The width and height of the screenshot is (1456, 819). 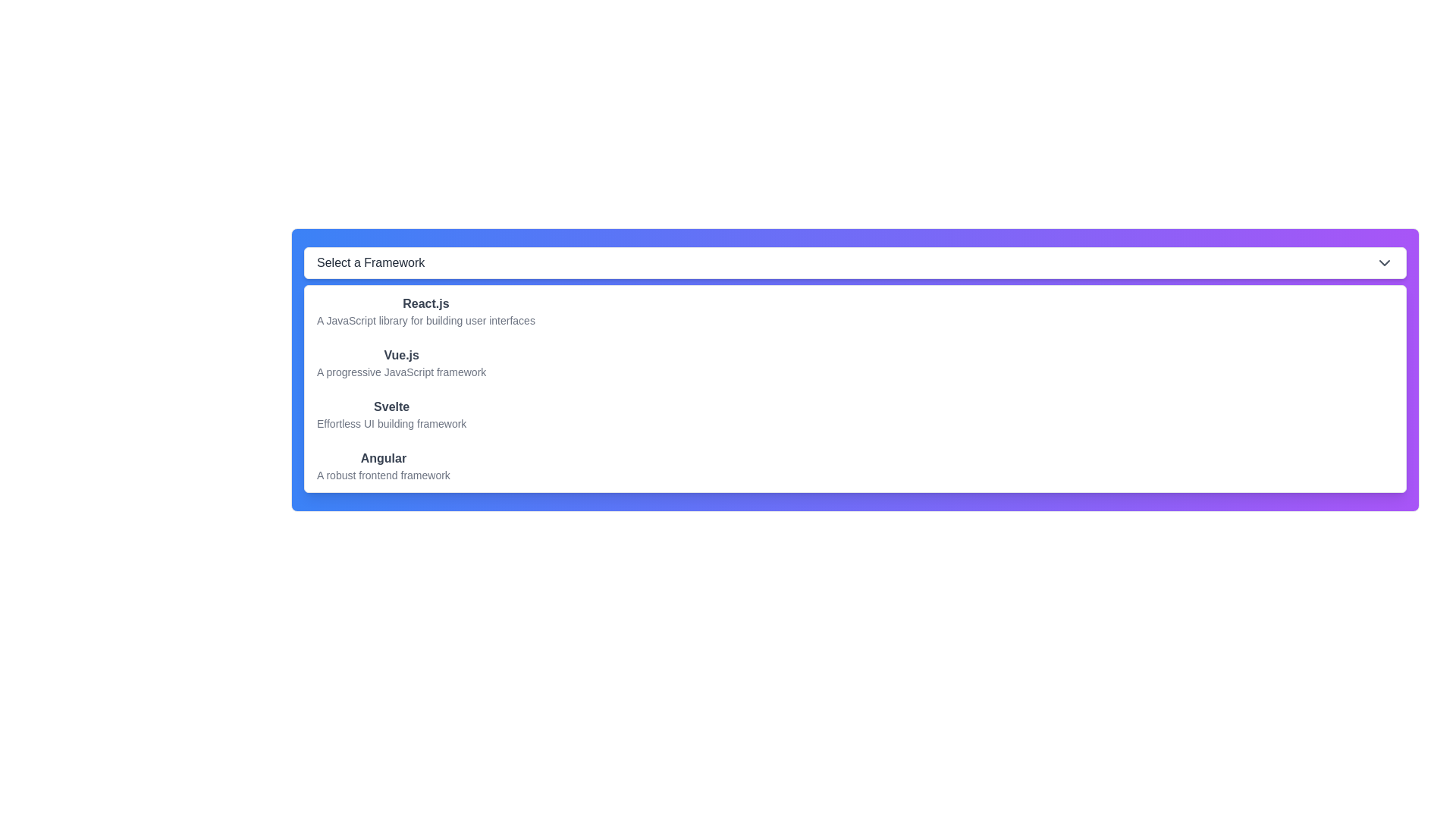 What do you see at coordinates (391, 406) in the screenshot?
I see `the bold title text representing the 'Svelte' framework in the dropdown menu, which helps users identify the framework selection option` at bounding box center [391, 406].